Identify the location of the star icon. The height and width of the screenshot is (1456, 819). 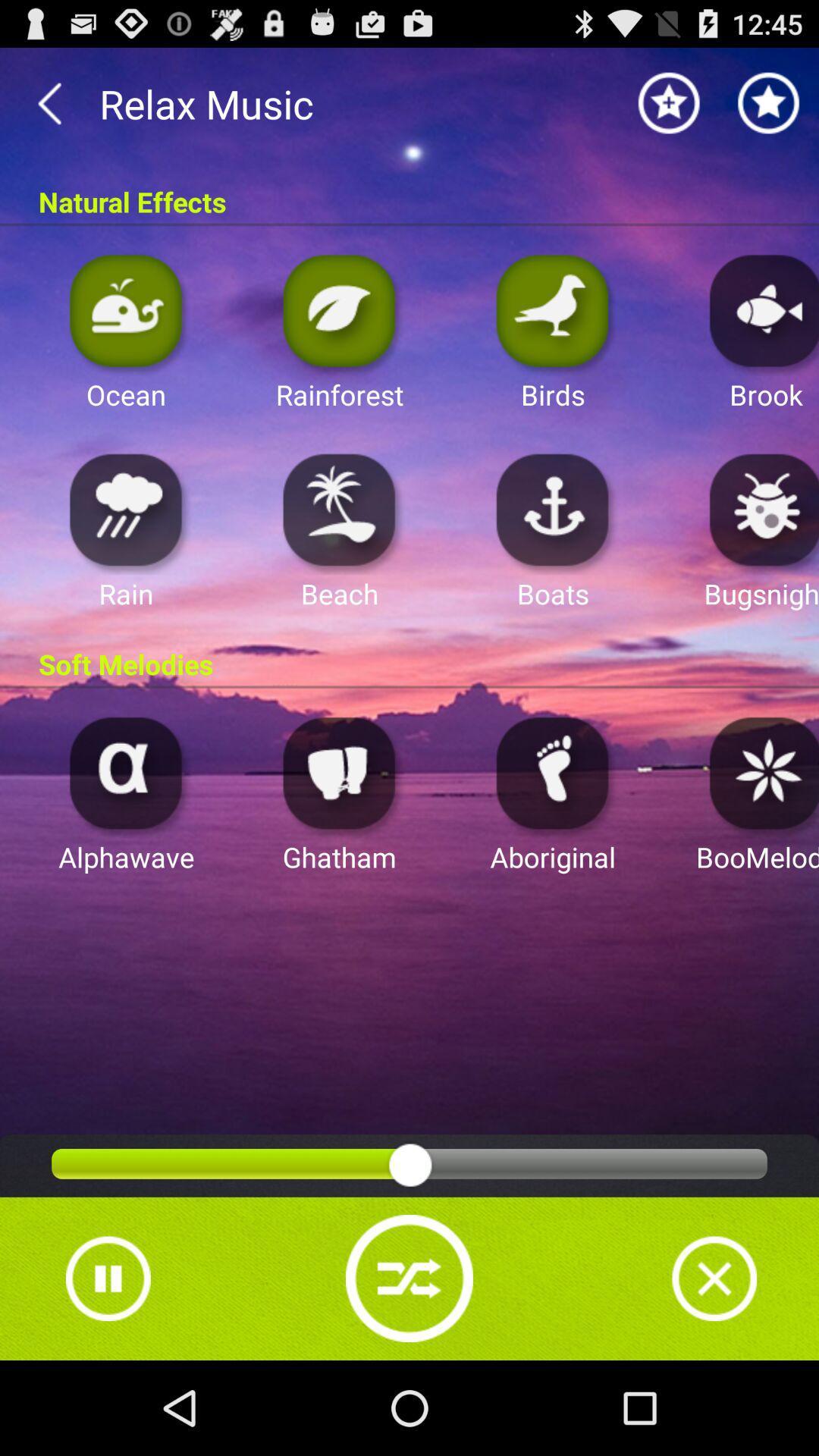
(669, 110).